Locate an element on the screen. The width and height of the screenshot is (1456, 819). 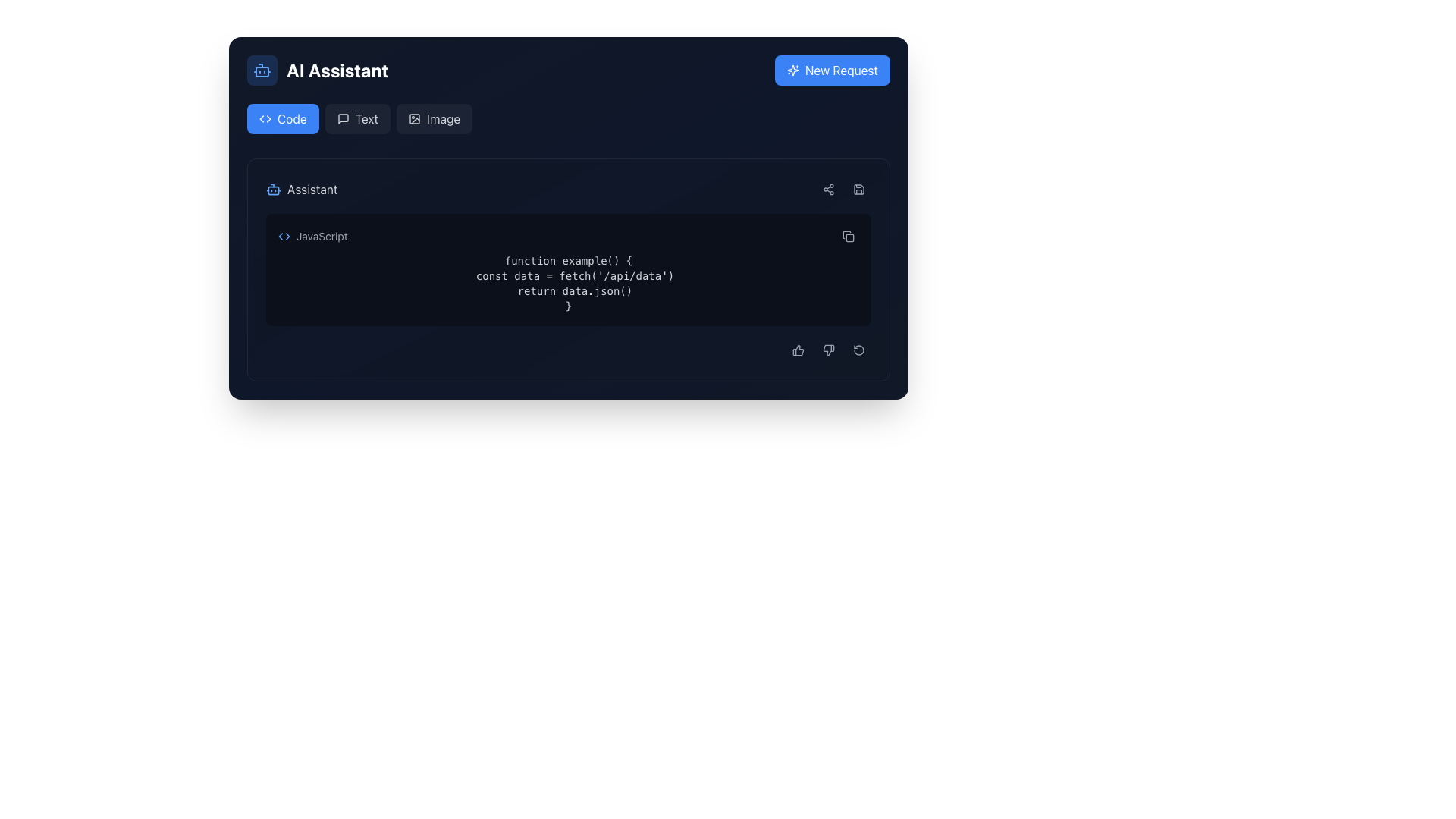
the small gray thumbs-up icon button located at the far-right of the horizontal row of icons near the bottom-right area of the interface is located at coordinates (797, 350).